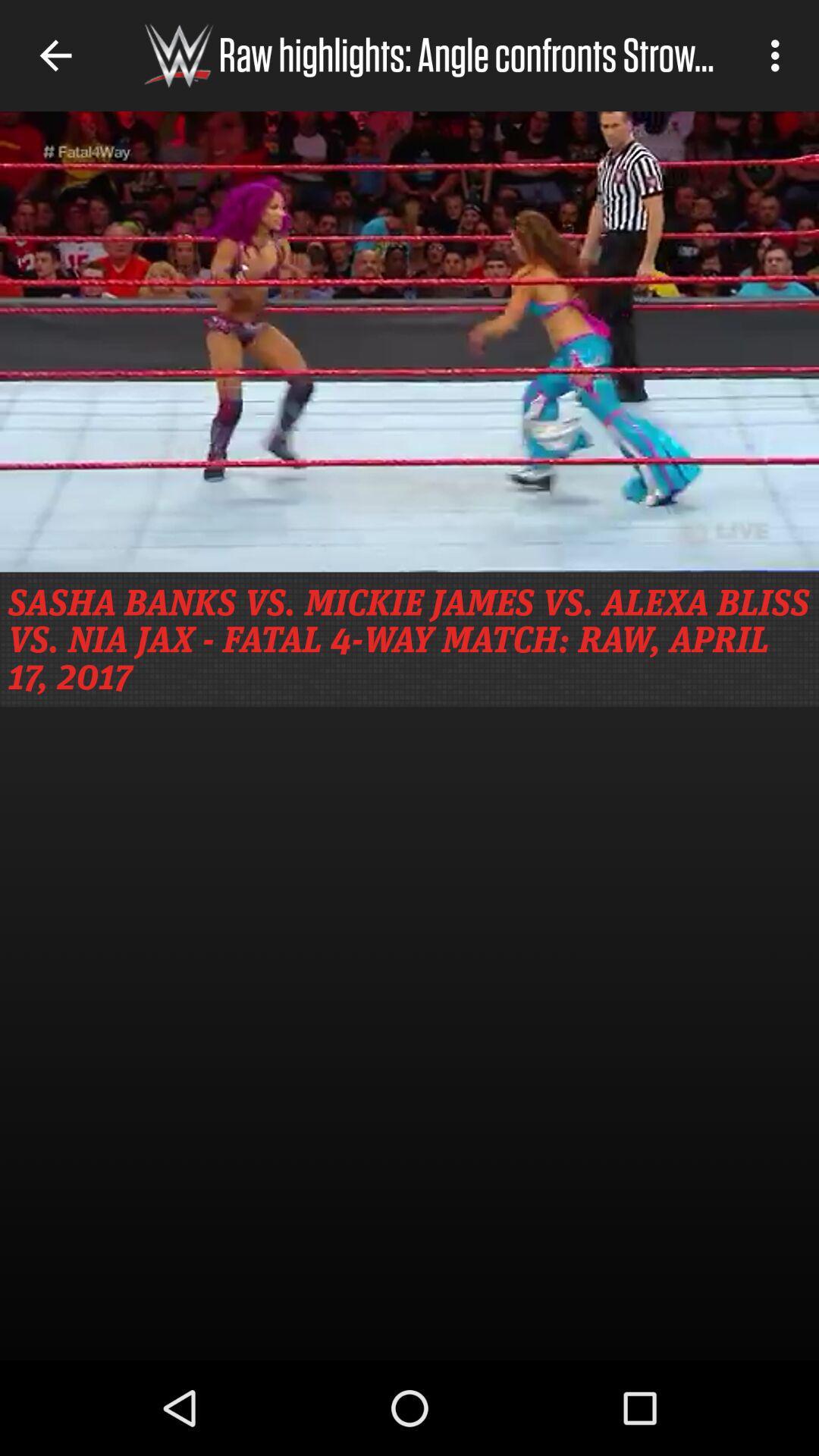 This screenshot has height=1456, width=819. What do you see at coordinates (779, 55) in the screenshot?
I see `icon at the top right corner` at bounding box center [779, 55].